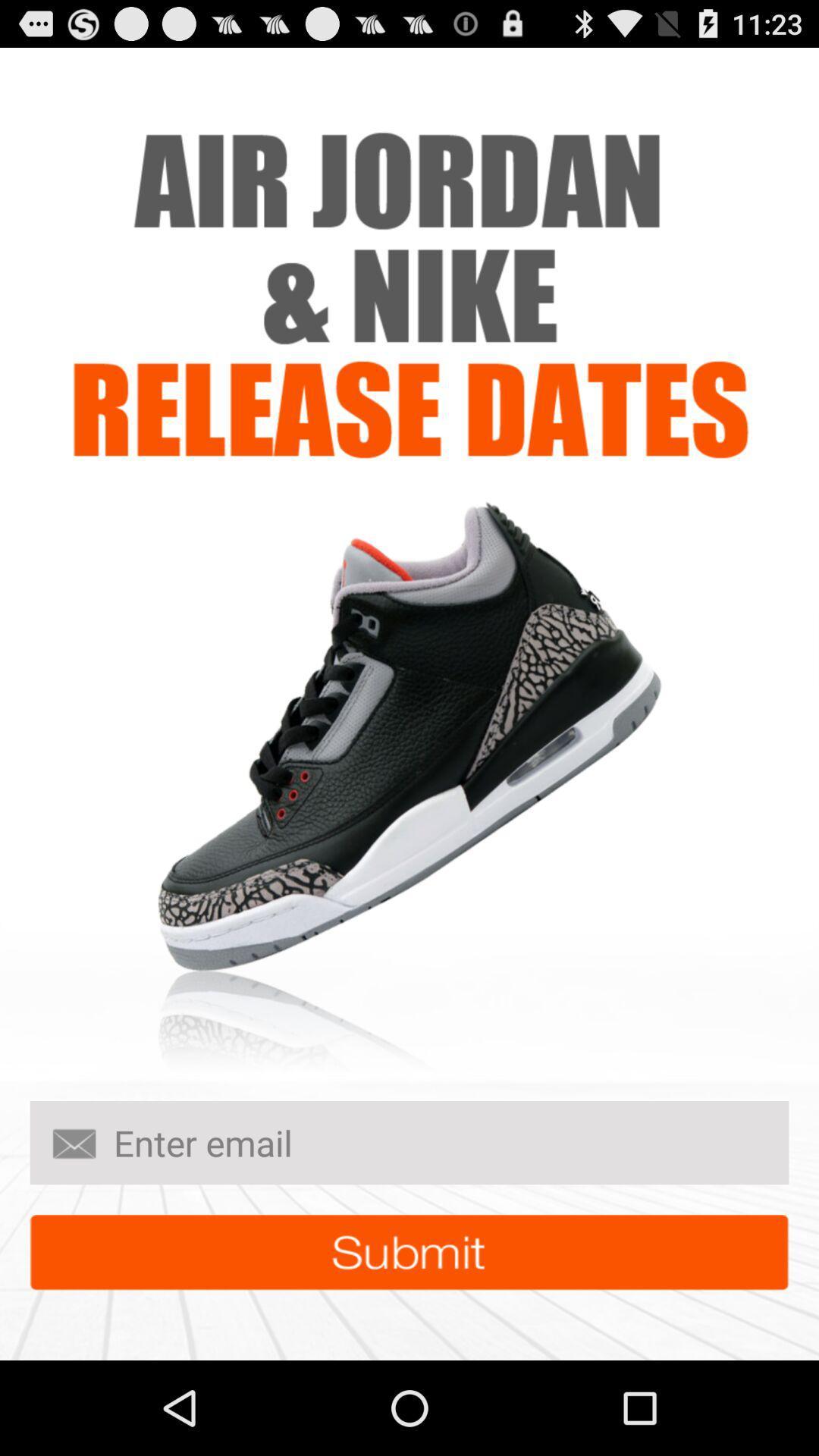  What do you see at coordinates (409, 1143) in the screenshot?
I see `write the email` at bounding box center [409, 1143].